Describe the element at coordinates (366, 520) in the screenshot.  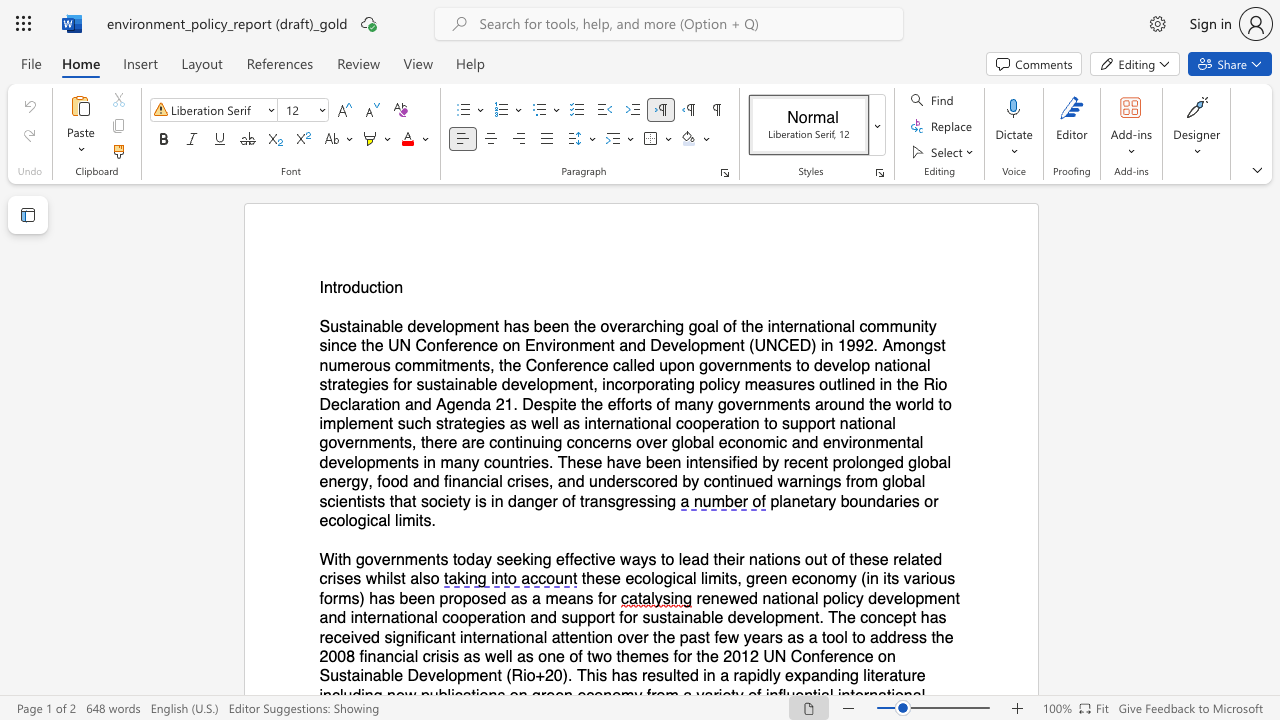
I see `the subset text "ical limi" within the text "planetary boundaries or ecological limits."` at that location.